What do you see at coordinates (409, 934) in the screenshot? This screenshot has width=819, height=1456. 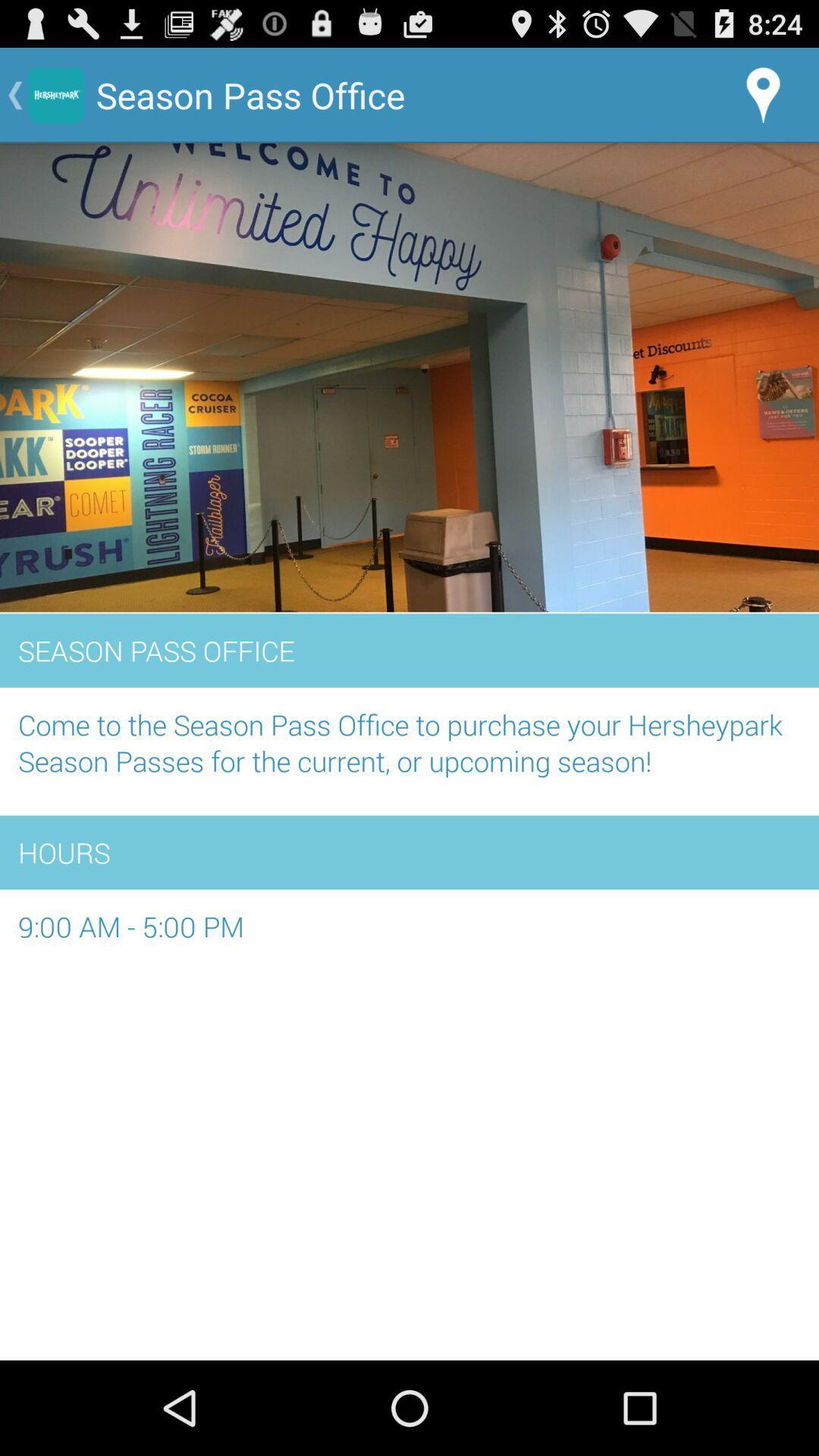 I see `the item below the hours item` at bounding box center [409, 934].